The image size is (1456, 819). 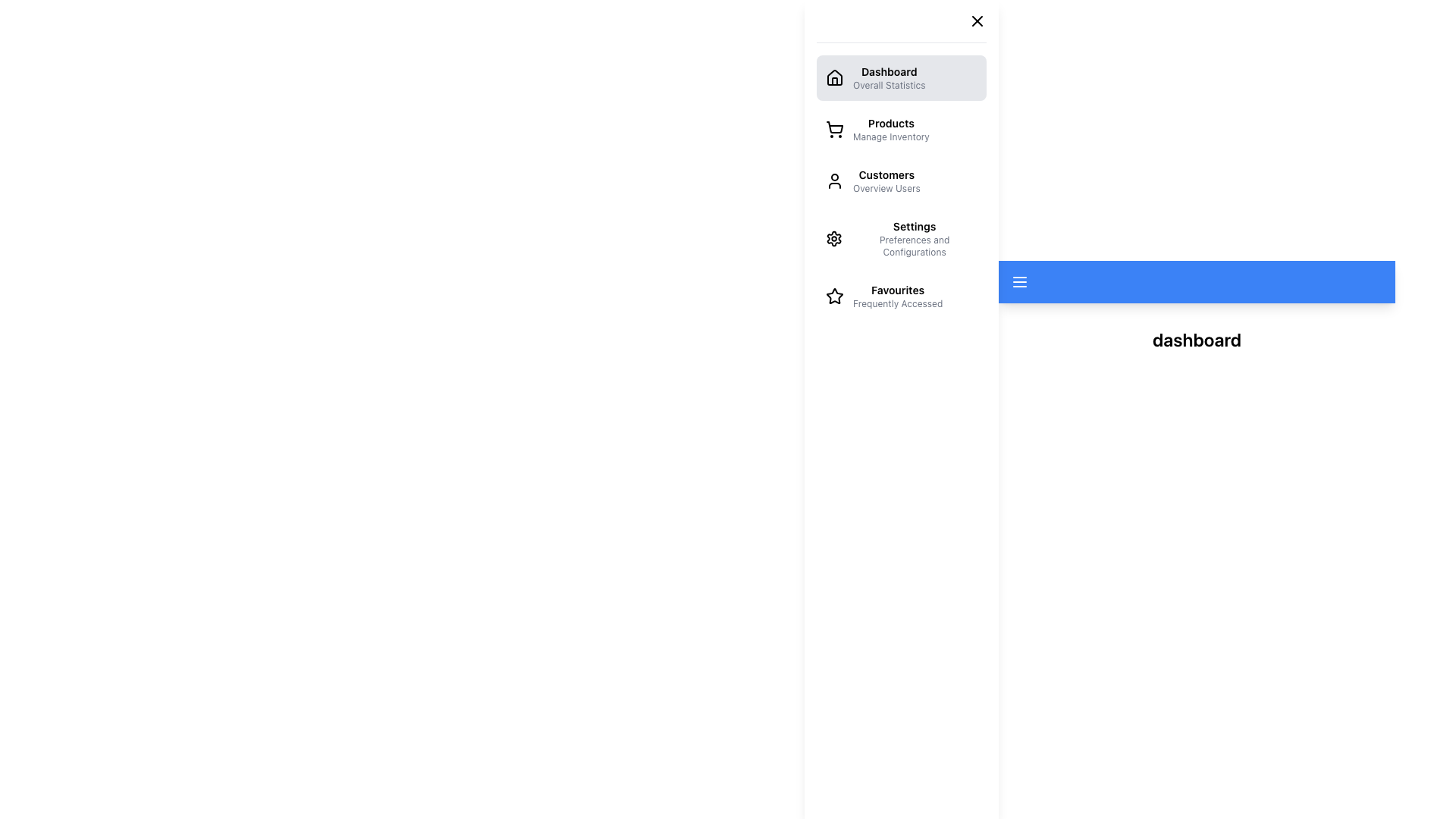 I want to click on the settings icon located in the navigation panel next to the 'Settings' text, under 'Customers' and above 'Favourites', so click(x=833, y=239).